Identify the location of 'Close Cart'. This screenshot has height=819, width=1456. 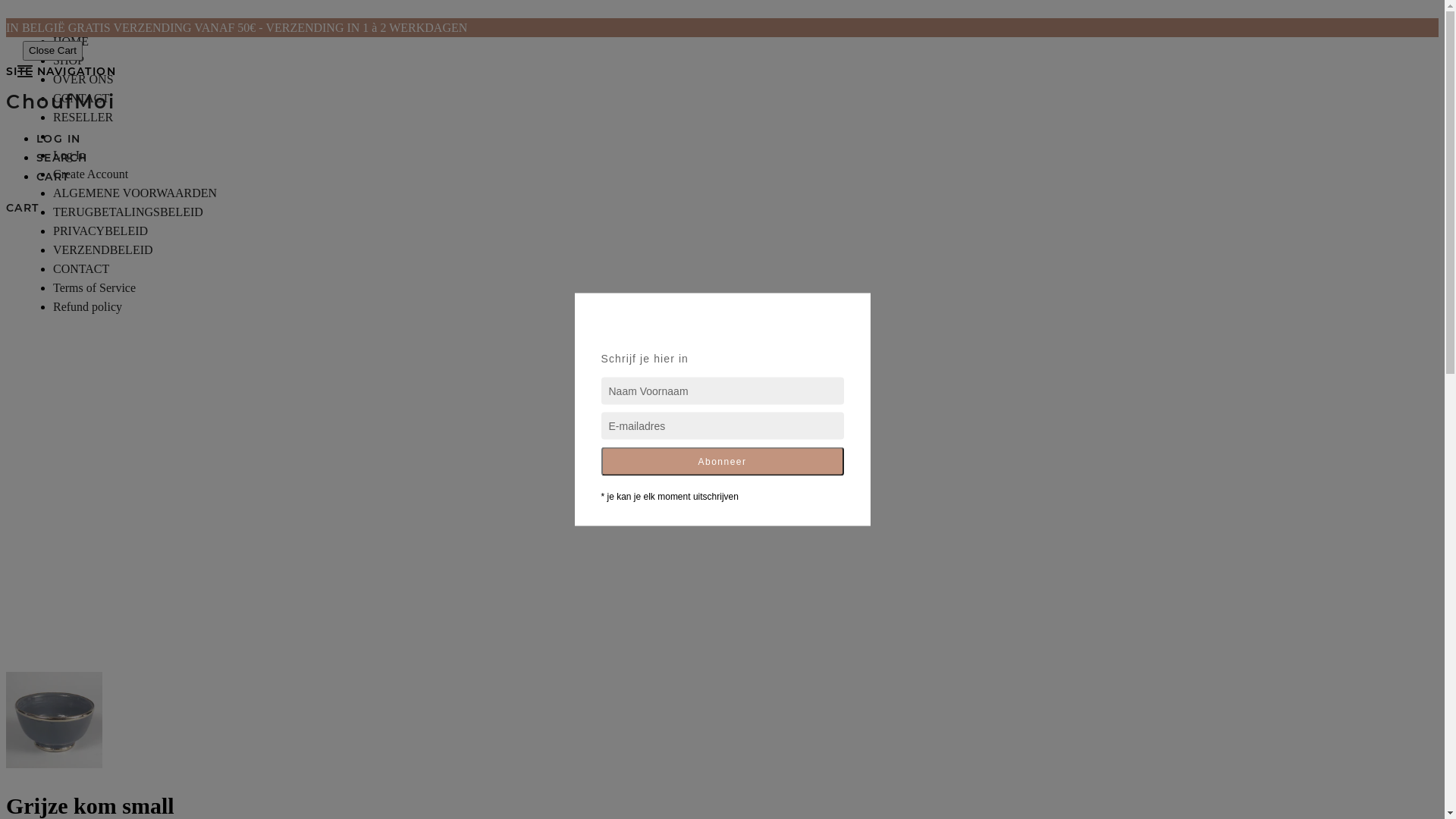
(52, 50).